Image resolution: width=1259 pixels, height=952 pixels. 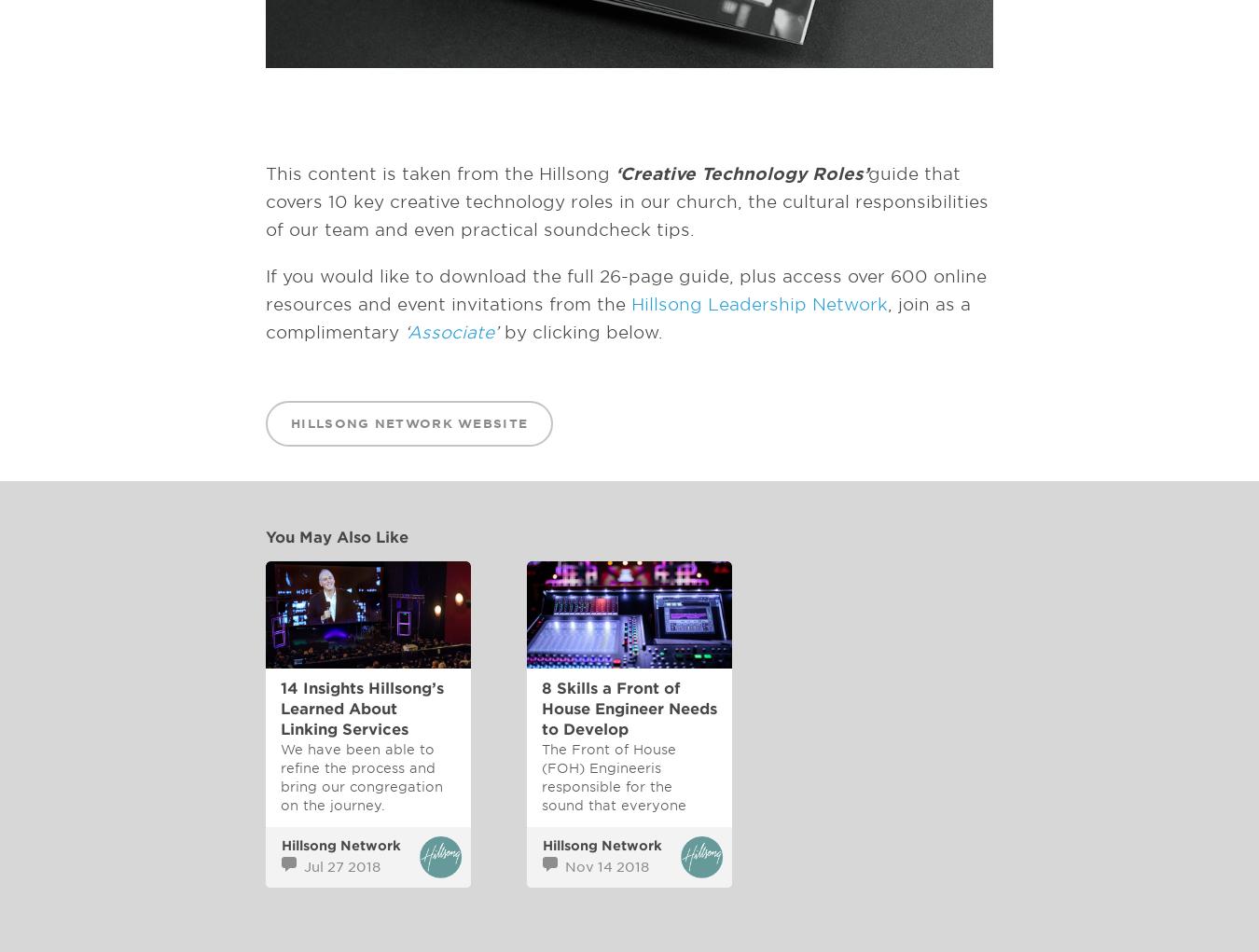 I want to click on 'Hillsong Leadership Network', so click(x=759, y=303).